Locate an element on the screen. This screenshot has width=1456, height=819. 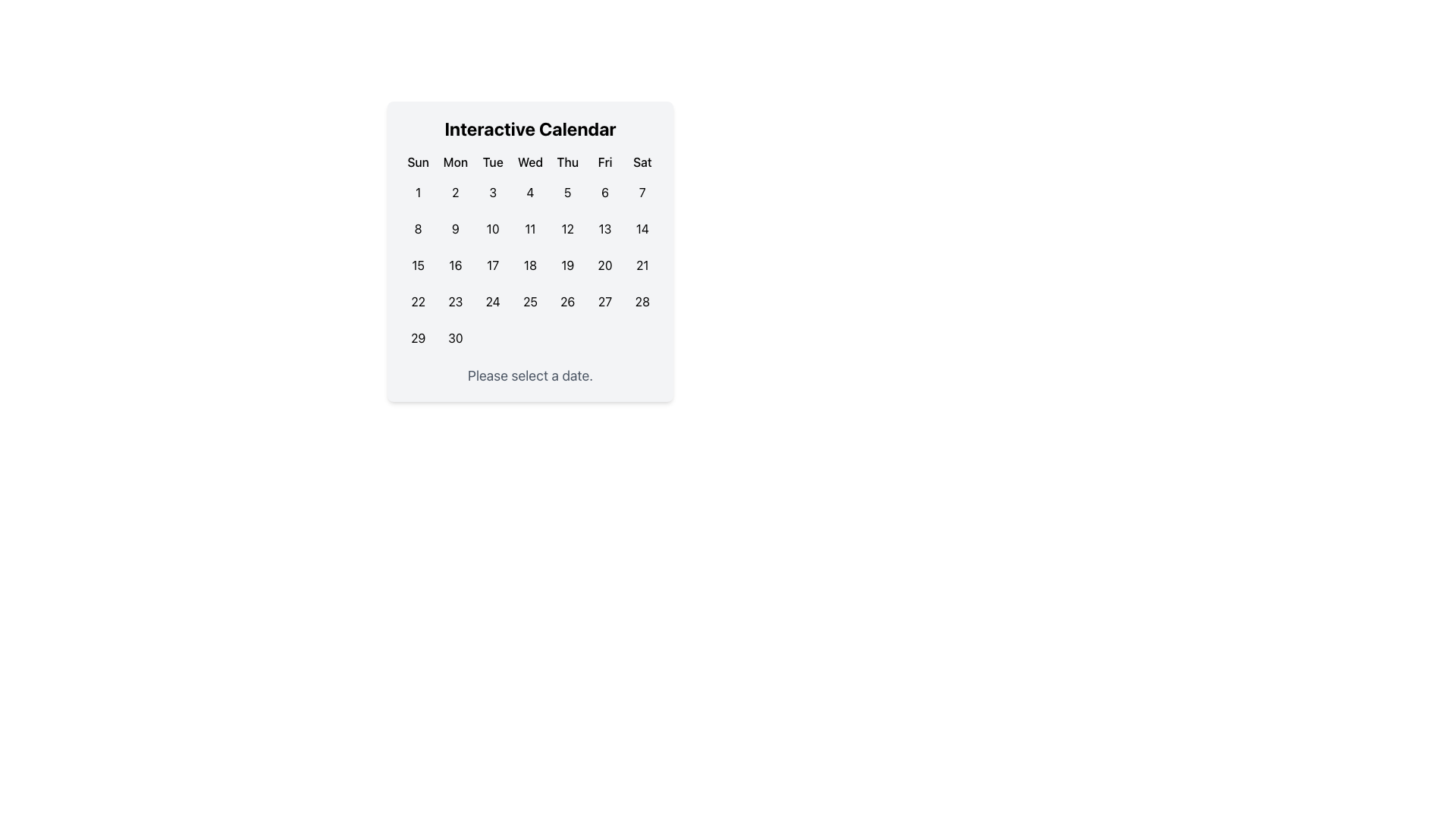
the button representing the date 15th in the calendar, located in the third row and first column beneath the 'Sun' header is located at coordinates (418, 265).